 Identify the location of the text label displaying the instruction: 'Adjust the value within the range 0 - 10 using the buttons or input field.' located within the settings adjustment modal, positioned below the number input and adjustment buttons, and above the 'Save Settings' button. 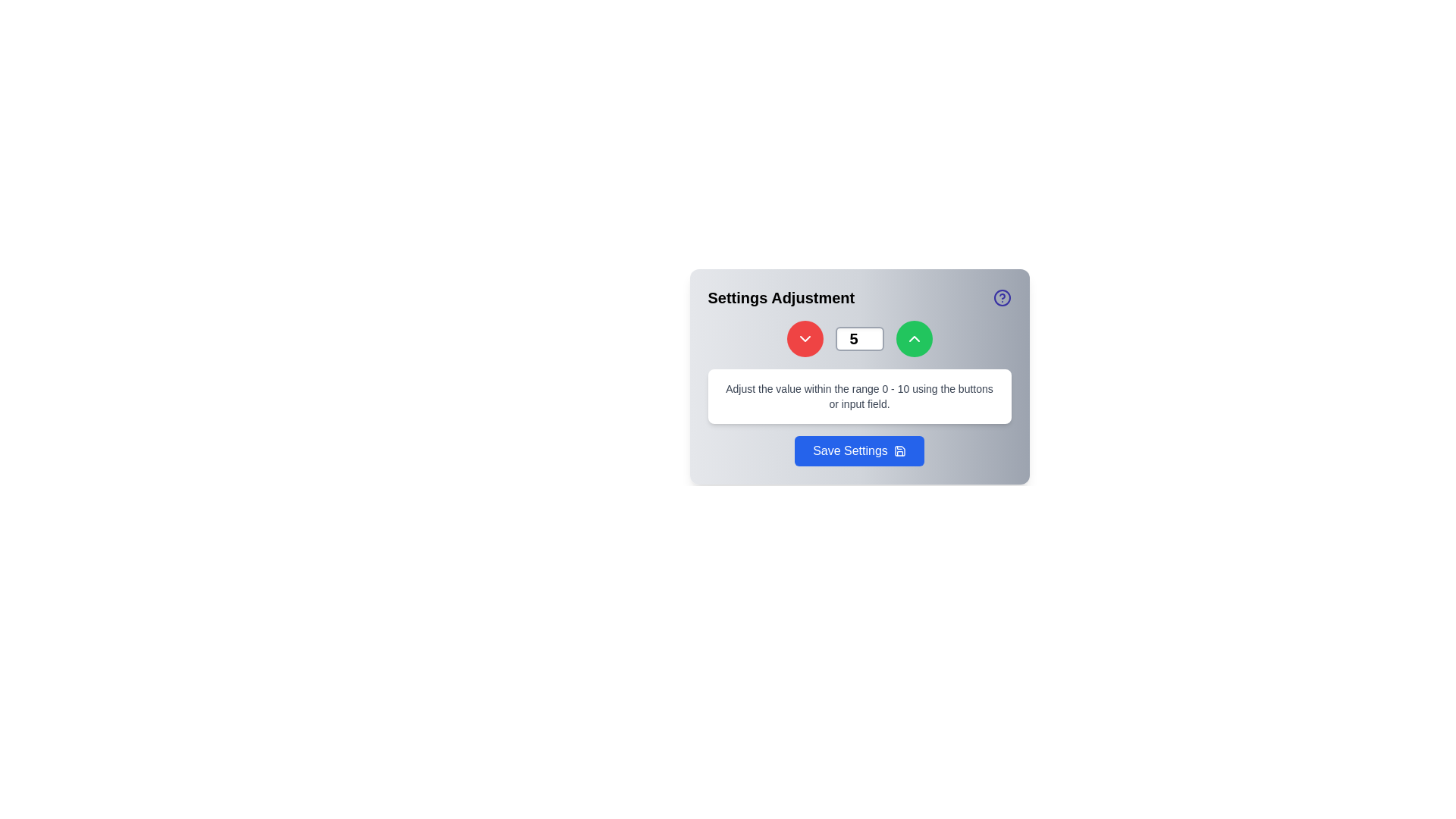
(859, 396).